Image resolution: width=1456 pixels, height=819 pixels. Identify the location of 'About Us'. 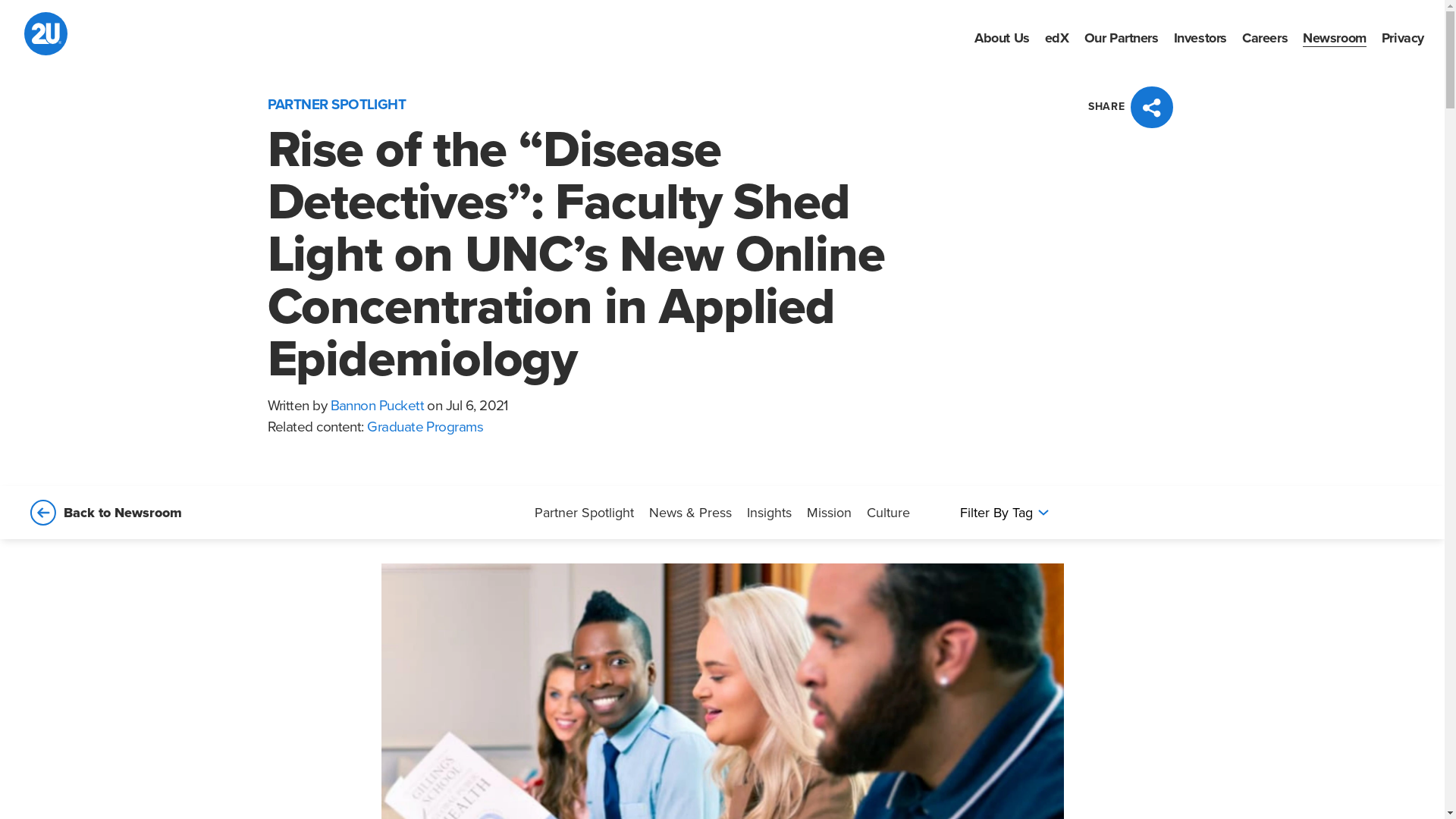
(1002, 36).